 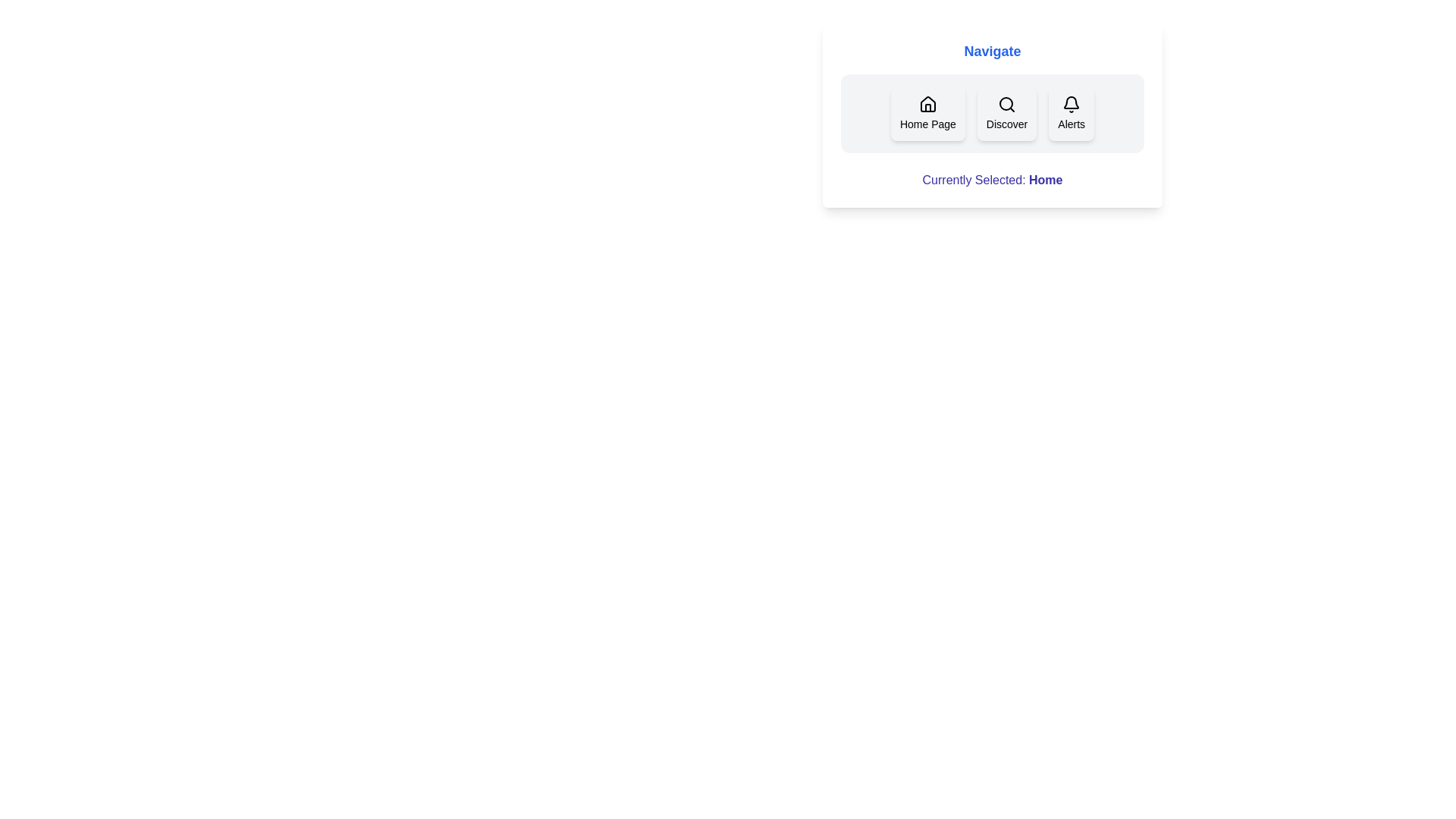 I want to click on the Text label displaying 'Home' in the phrase 'Currently Selected: Home', which is located below the navigation panel, so click(x=1045, y=179).